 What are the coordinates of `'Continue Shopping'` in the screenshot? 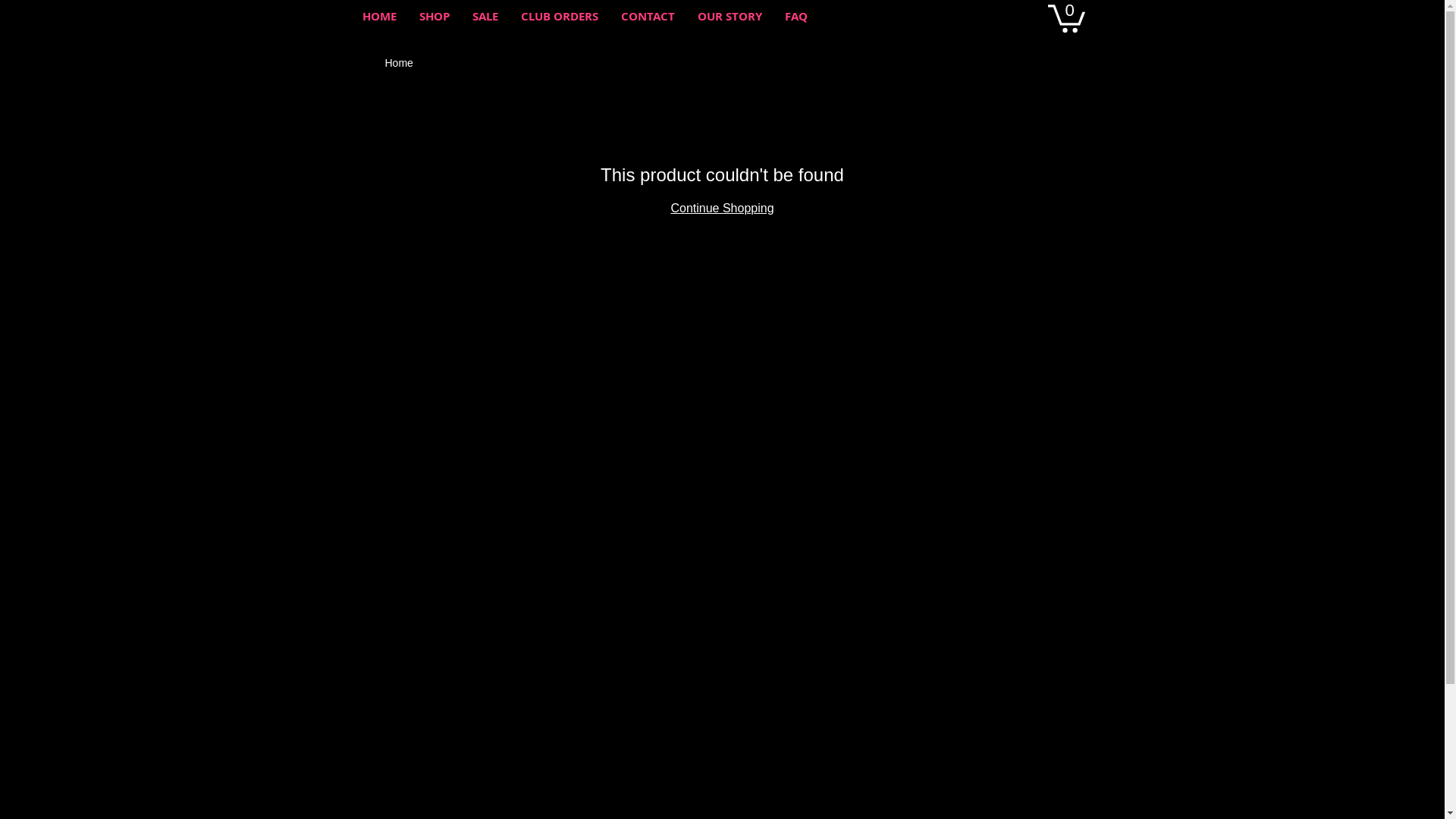 It's located at (720, 208).